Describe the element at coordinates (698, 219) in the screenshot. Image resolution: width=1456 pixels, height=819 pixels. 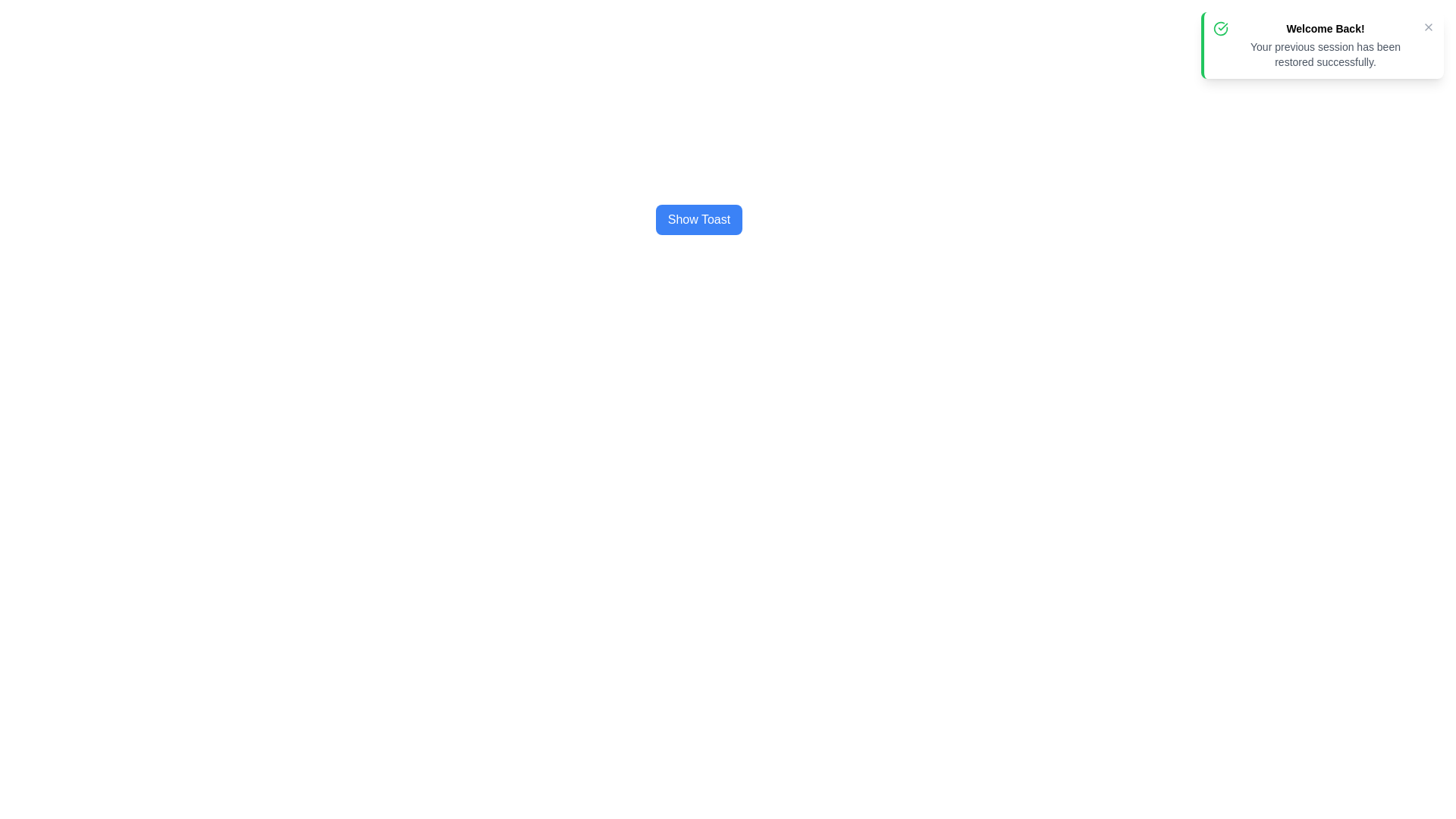
I see `the blue rectangular button with white text saying 'Show Toast'` at that location.